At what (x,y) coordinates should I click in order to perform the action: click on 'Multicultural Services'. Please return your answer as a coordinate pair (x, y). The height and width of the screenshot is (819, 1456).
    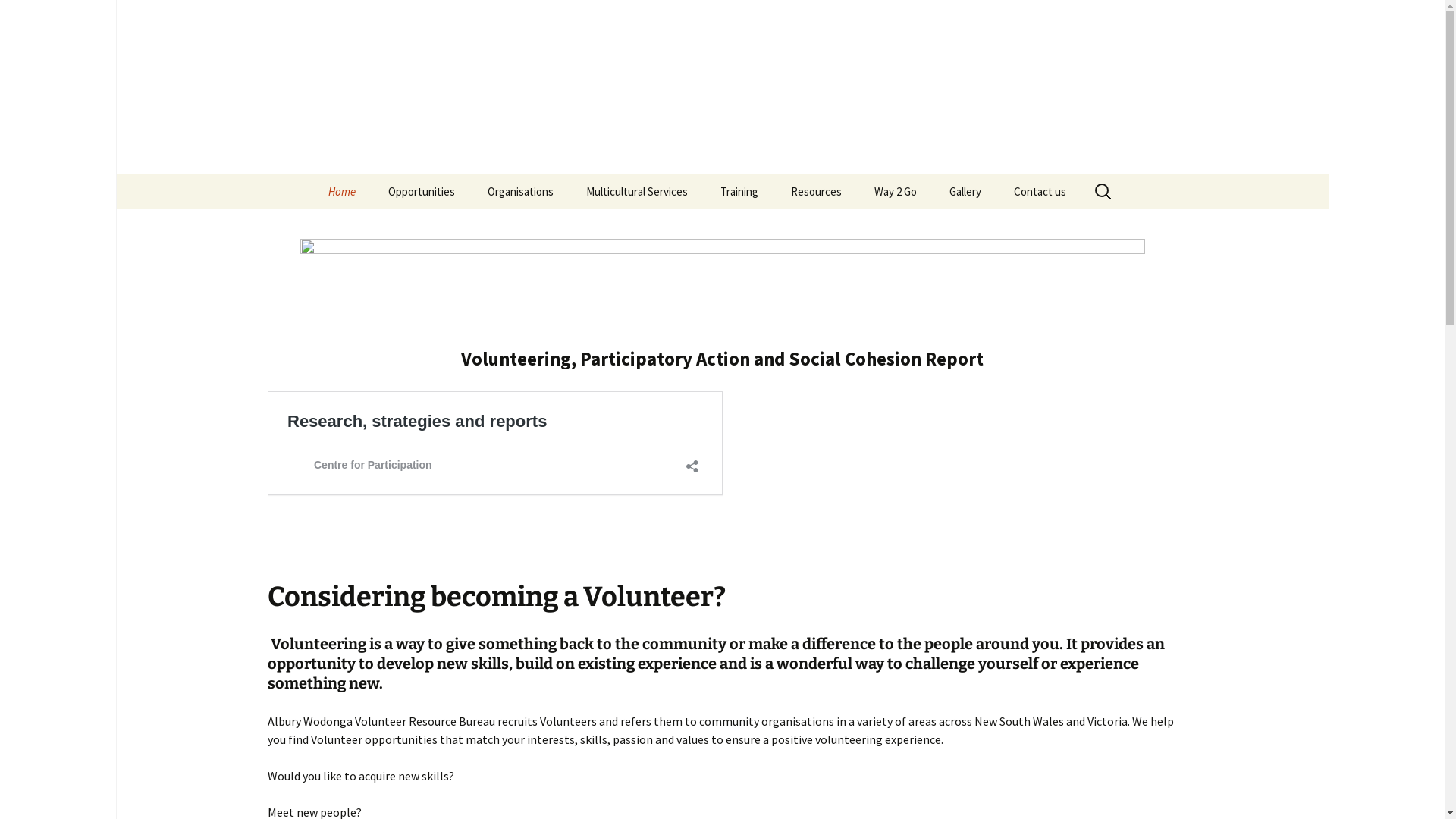
    Looking at the image, I should click on (636, 190).